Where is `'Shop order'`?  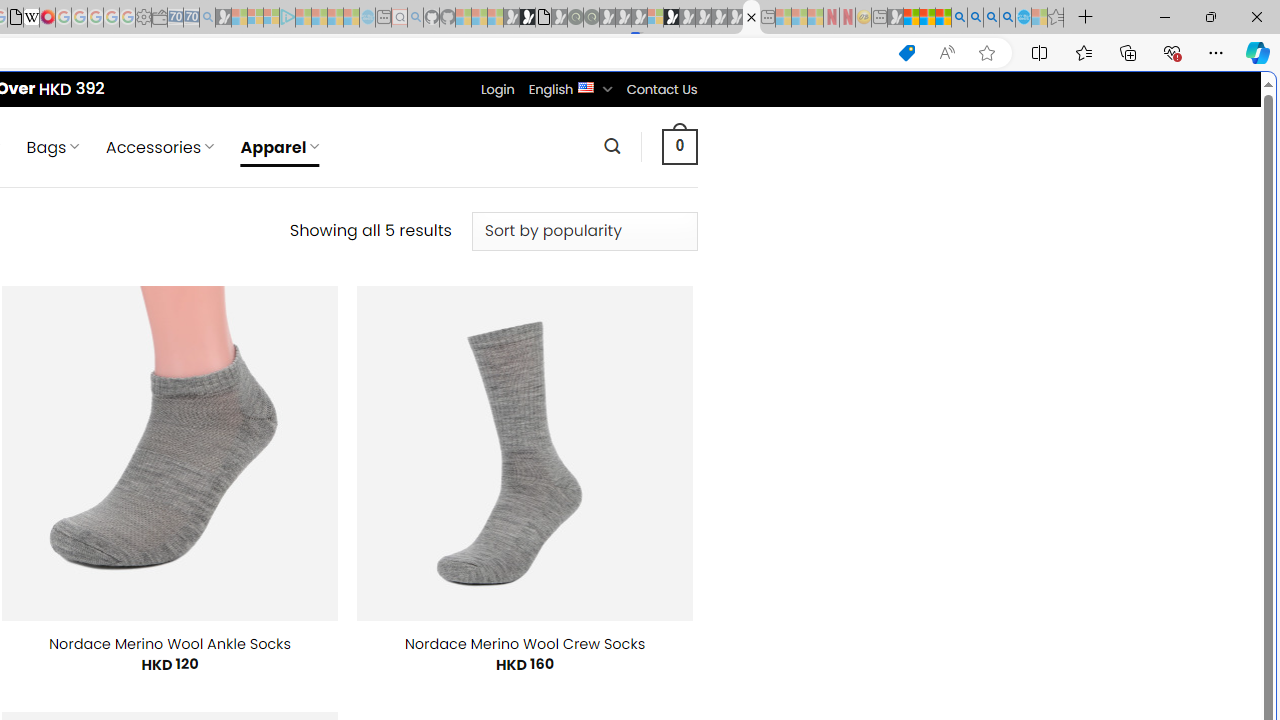
'Shop order' is located at coordinates (583, 230).